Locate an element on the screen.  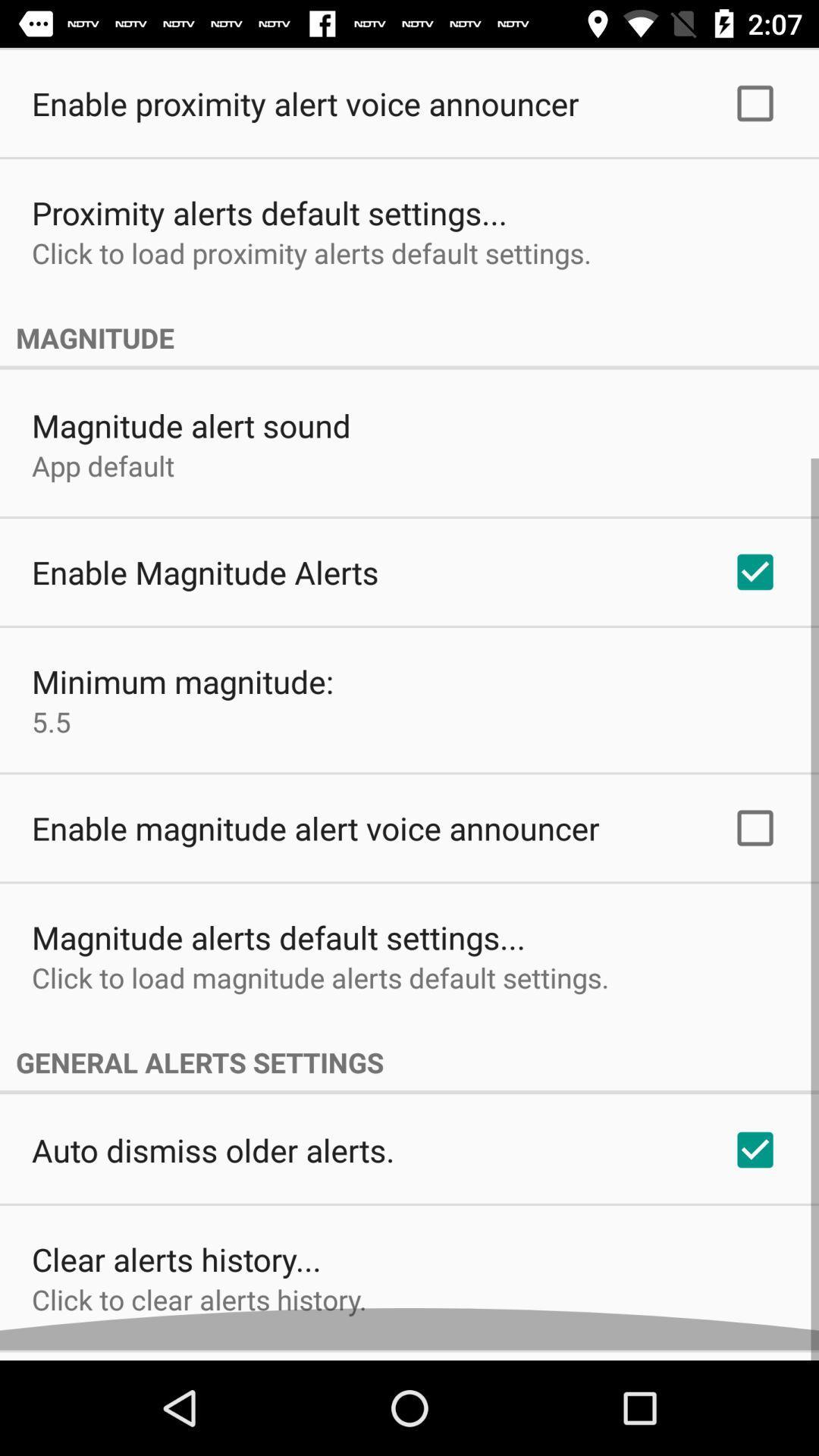
auto dismiss older item is located at coordinates (213, 1159).